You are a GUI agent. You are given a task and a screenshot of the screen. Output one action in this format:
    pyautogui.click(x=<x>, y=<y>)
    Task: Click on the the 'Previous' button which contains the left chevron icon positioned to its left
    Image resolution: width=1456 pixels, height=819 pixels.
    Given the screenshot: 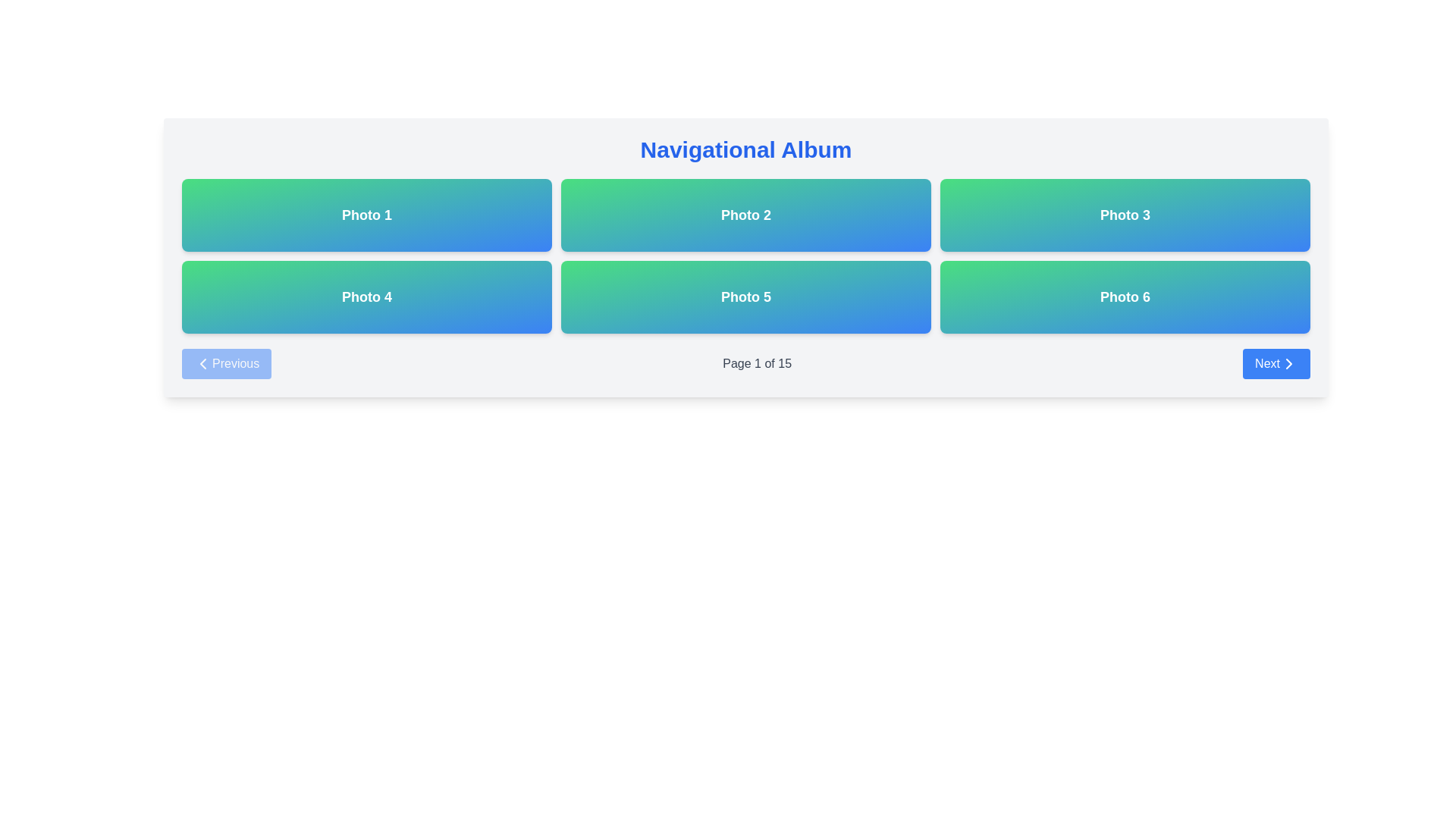 What is the action you would take?
    pyautogui.click(x=202, y=363)
    